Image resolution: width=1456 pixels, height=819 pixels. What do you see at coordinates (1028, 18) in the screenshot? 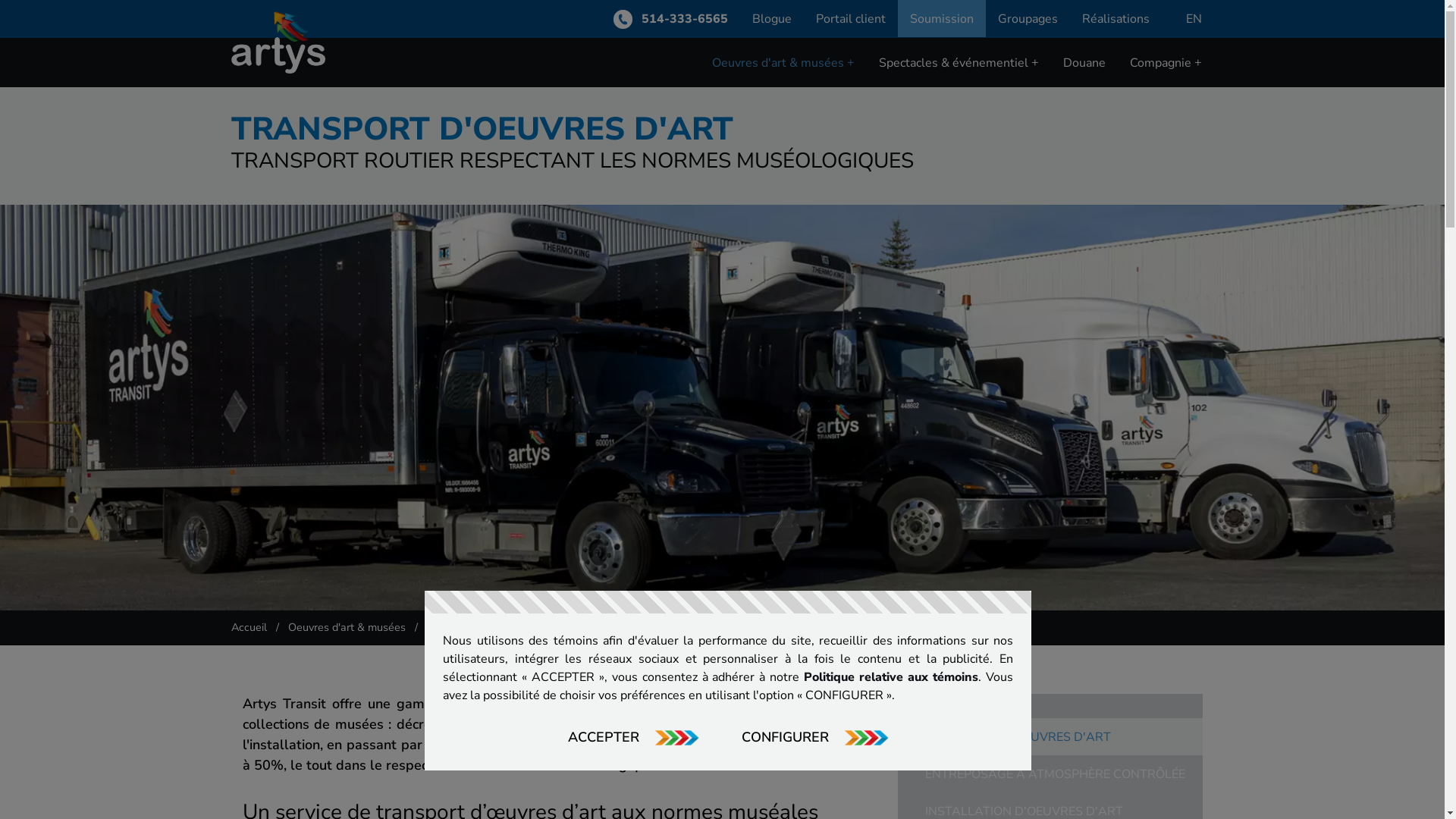
I see `'Groupages'` at bounding box center [1028, 18].